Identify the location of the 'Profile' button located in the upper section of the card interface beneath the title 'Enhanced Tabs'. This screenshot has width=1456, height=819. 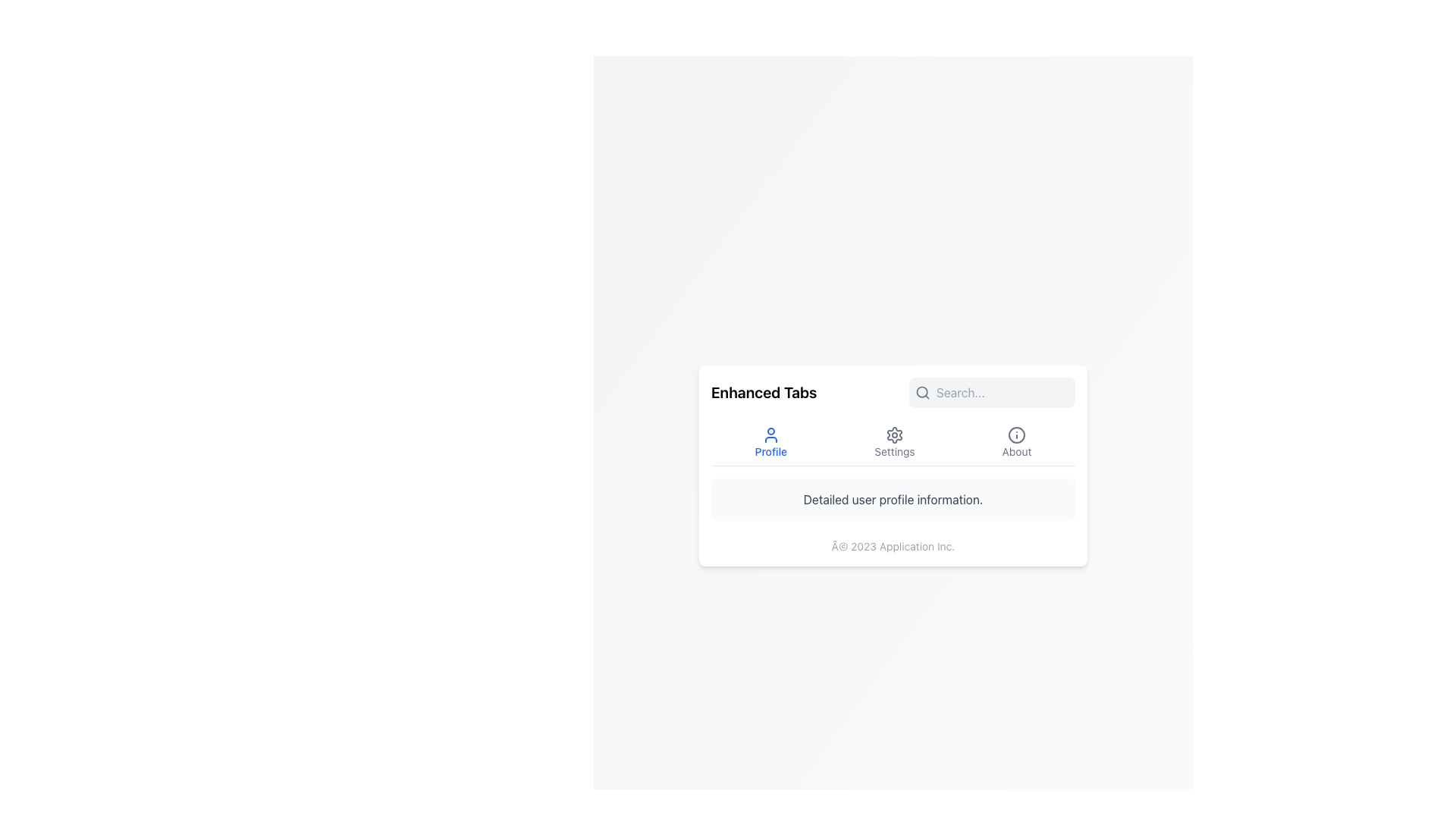
(770, 442).